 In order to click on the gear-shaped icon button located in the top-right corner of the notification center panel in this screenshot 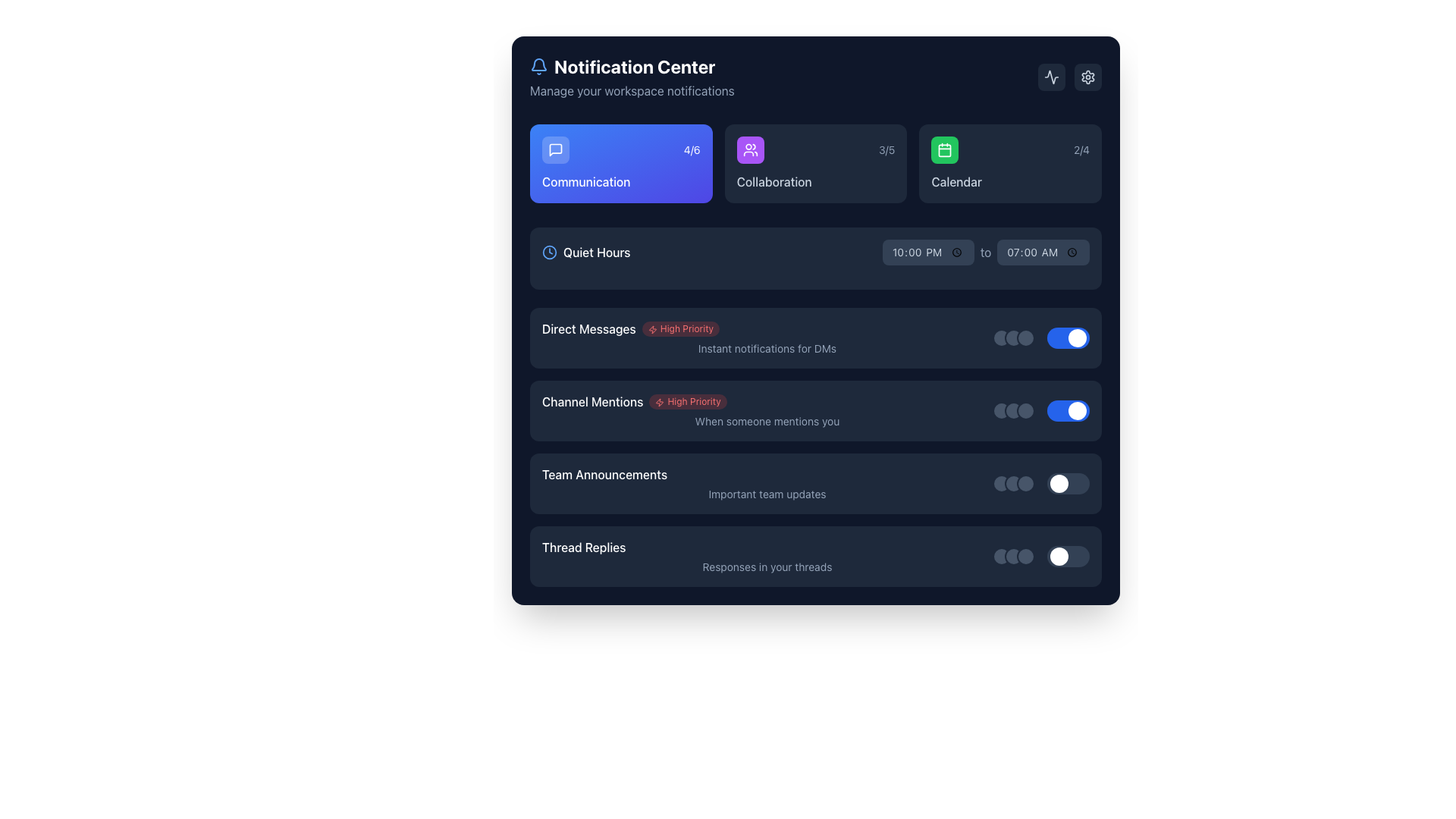, I will do `click(1087, 77)`.